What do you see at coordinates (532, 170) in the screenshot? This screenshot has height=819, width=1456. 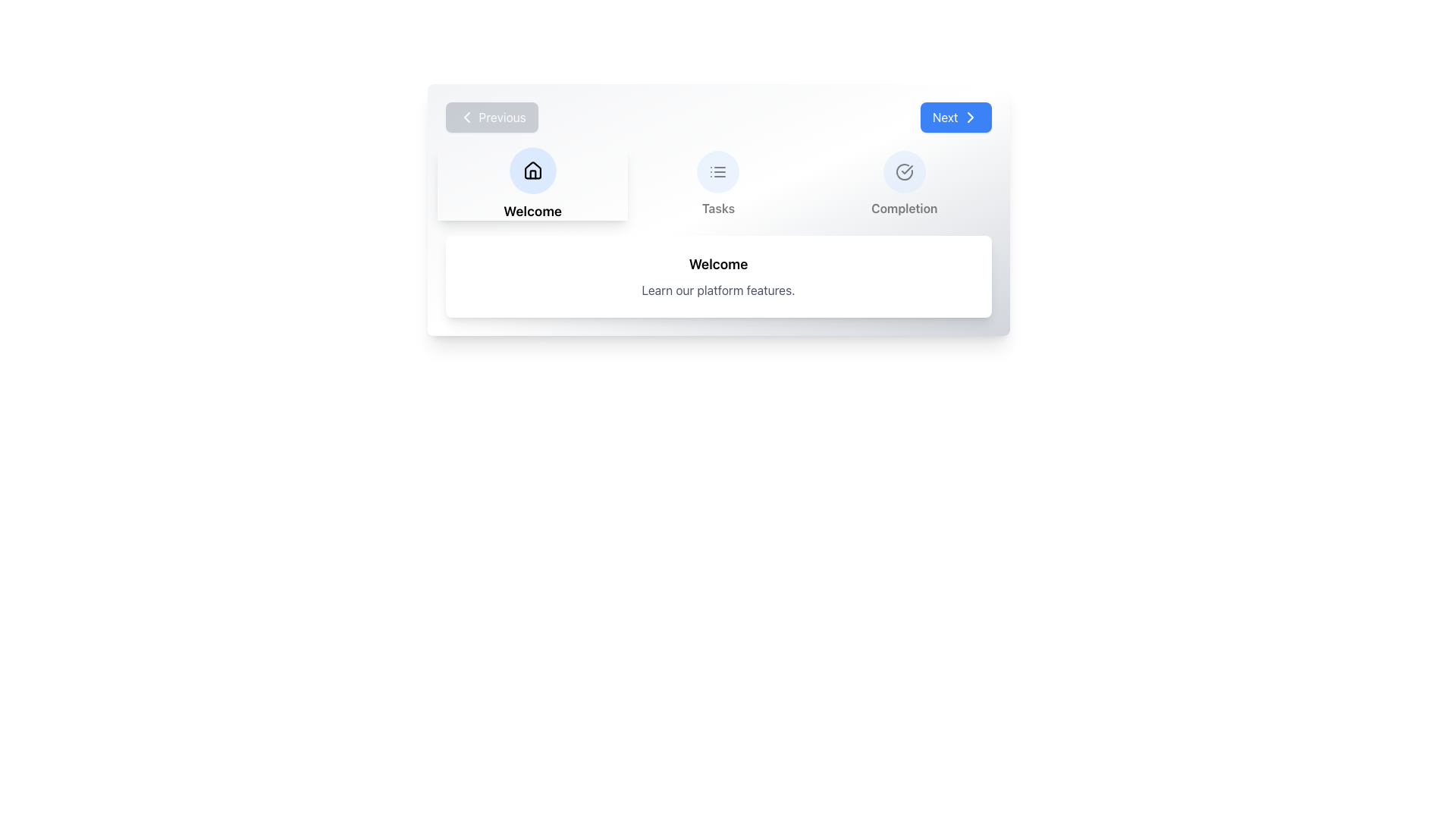 I see `the house-shaped icon located in the top-left navigation menu` at bounding box center [532, 170].